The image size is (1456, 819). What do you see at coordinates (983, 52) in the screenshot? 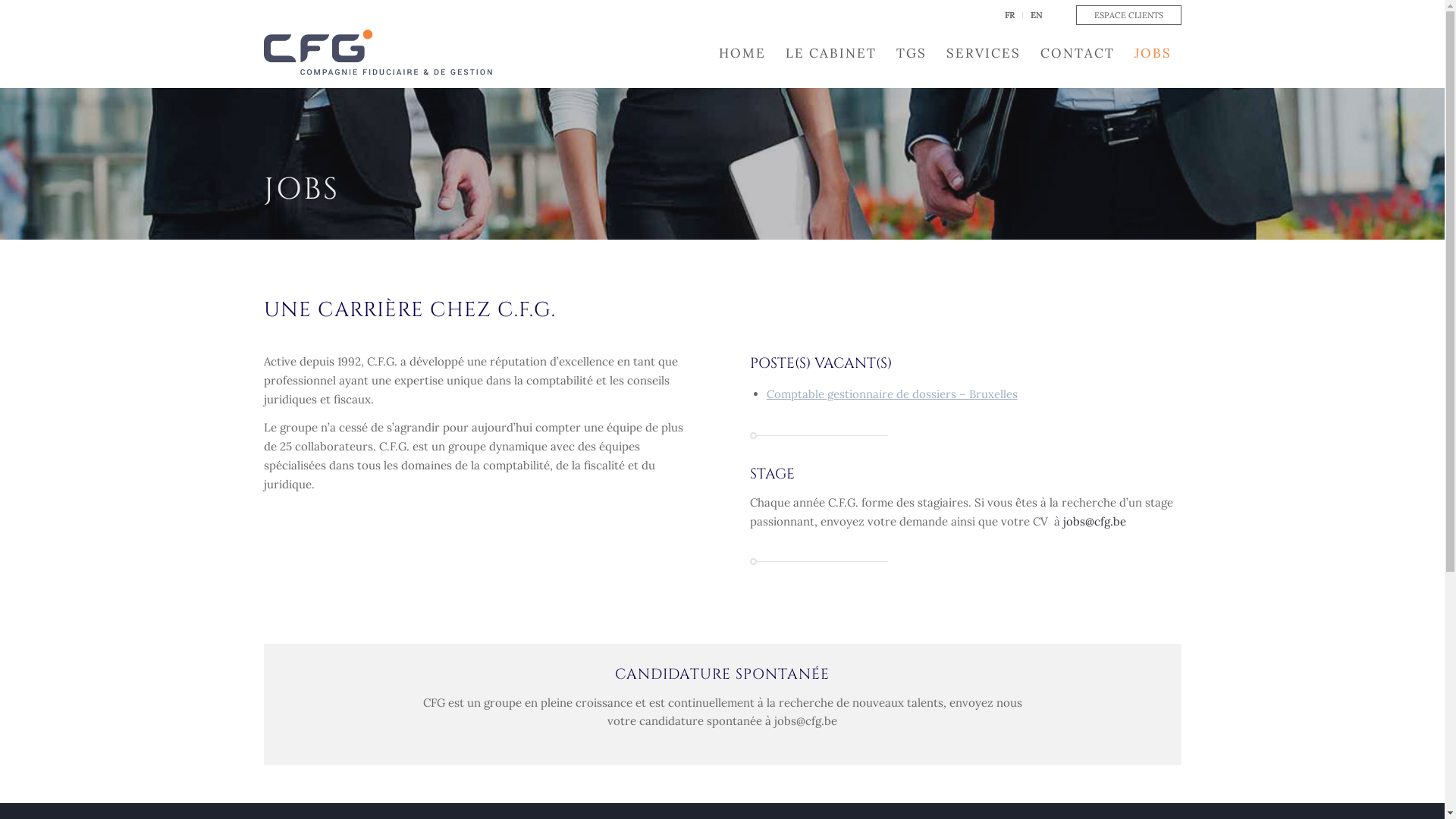
I see `'SERVICES'` at bounding box center [983, 52].